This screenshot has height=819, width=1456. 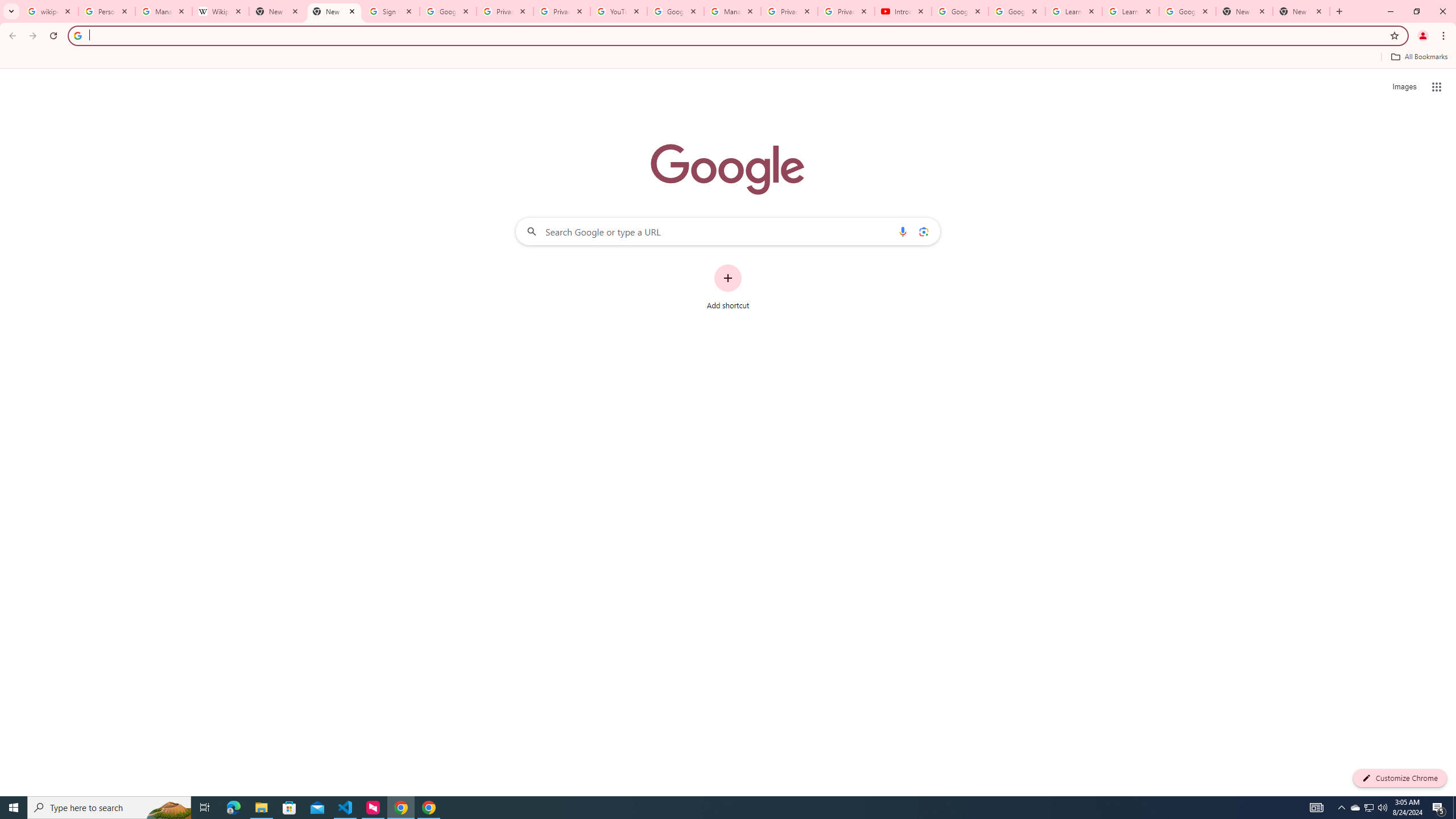 What do you see at coordinates (959, 11) in the screenshot?
I see `'Google Account Help'` at bounding box center [959, 11].